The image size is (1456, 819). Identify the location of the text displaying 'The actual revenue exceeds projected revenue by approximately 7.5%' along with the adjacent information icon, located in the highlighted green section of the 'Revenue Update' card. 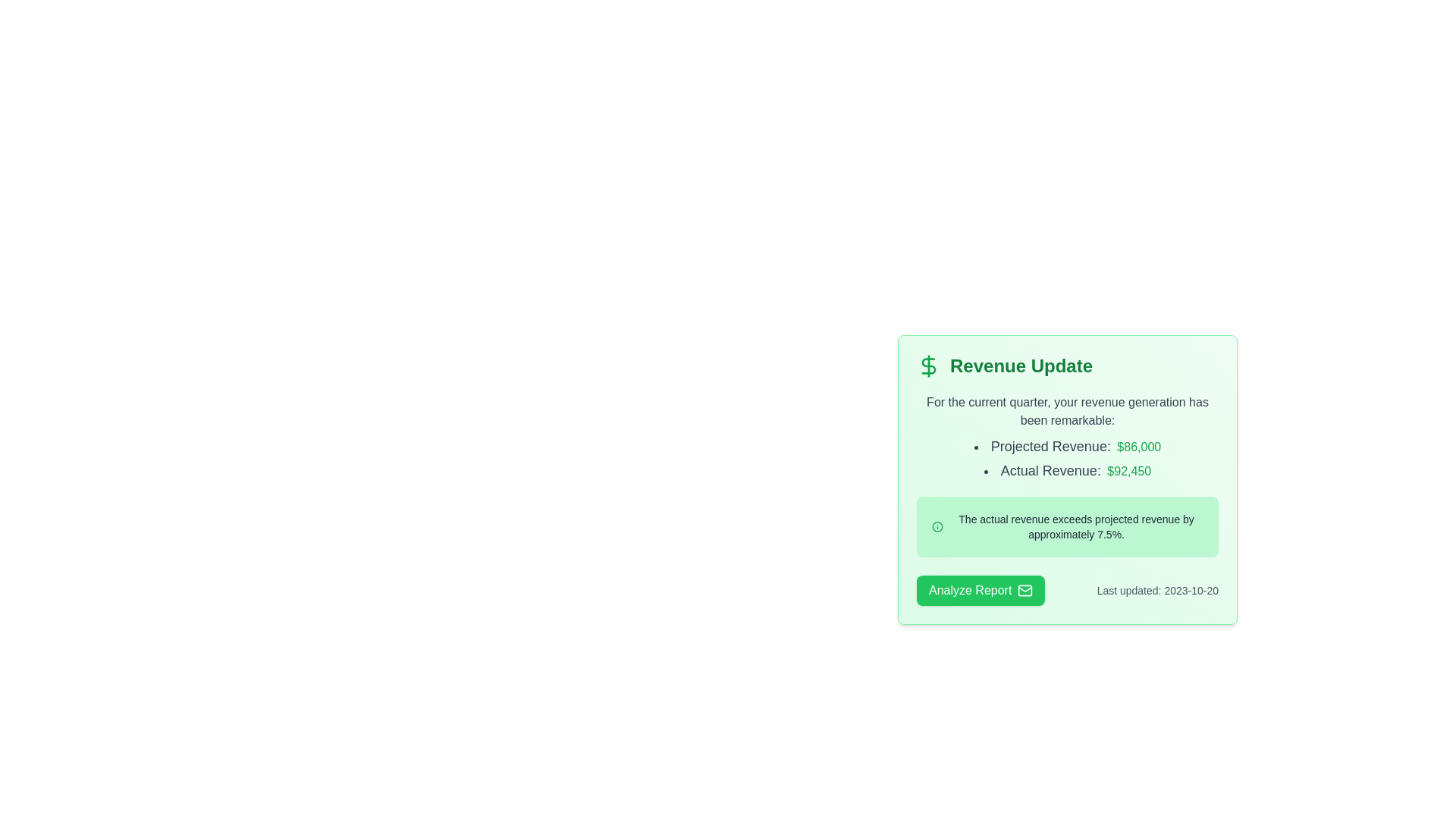
(1066, 526).